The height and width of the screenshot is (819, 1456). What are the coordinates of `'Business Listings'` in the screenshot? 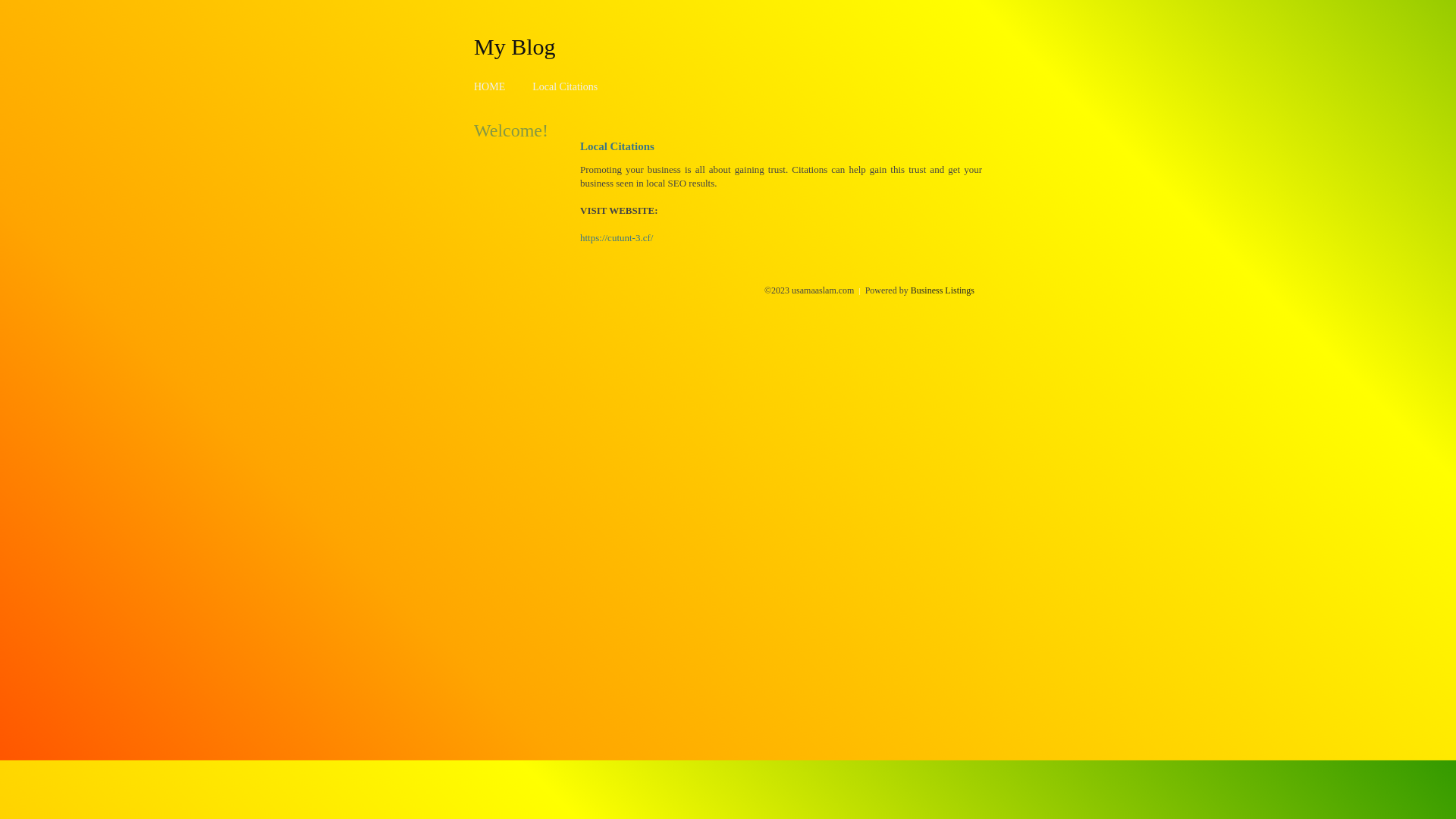 It's located at (942, 290).